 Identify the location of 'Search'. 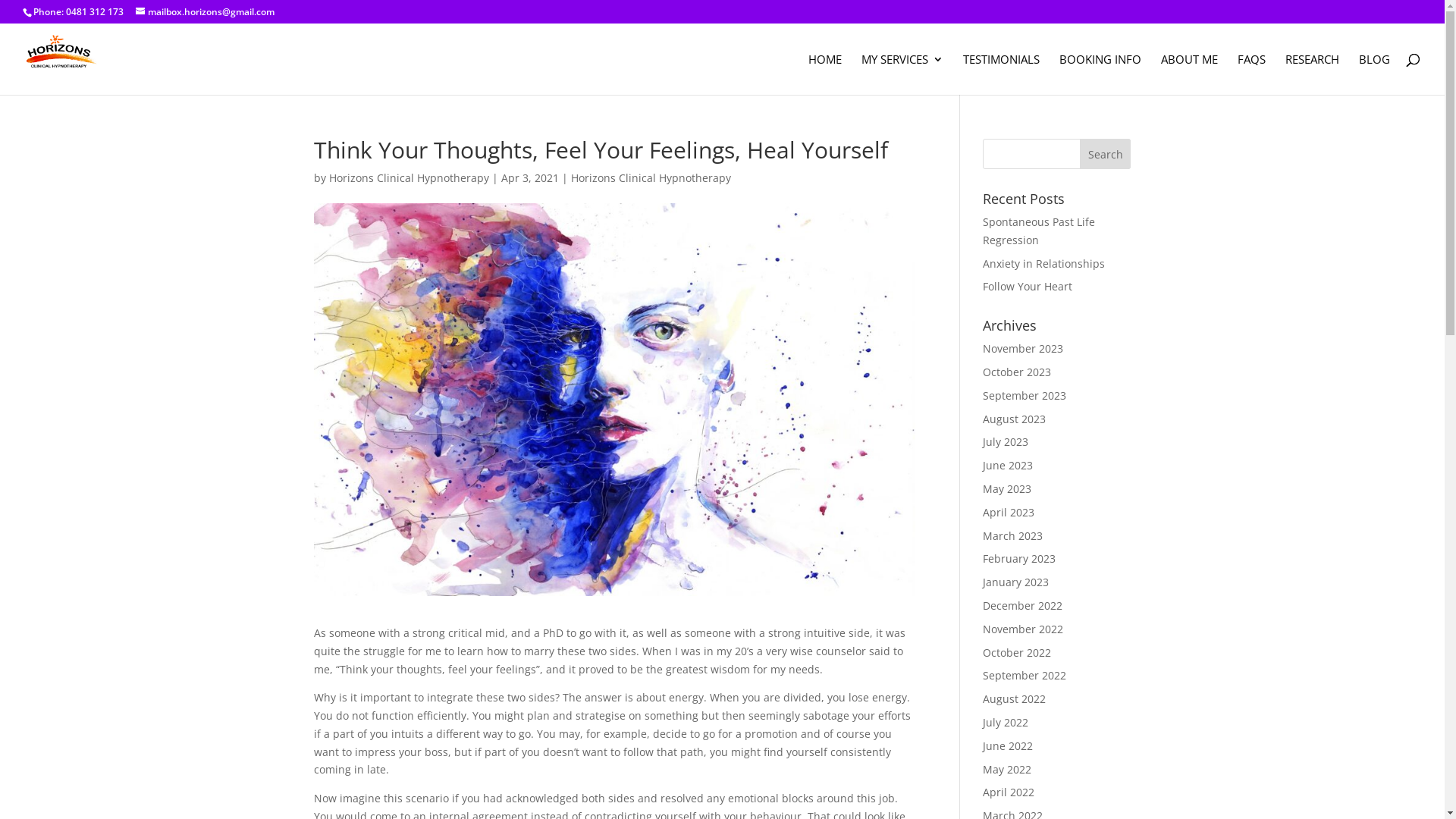
(1106, 154).